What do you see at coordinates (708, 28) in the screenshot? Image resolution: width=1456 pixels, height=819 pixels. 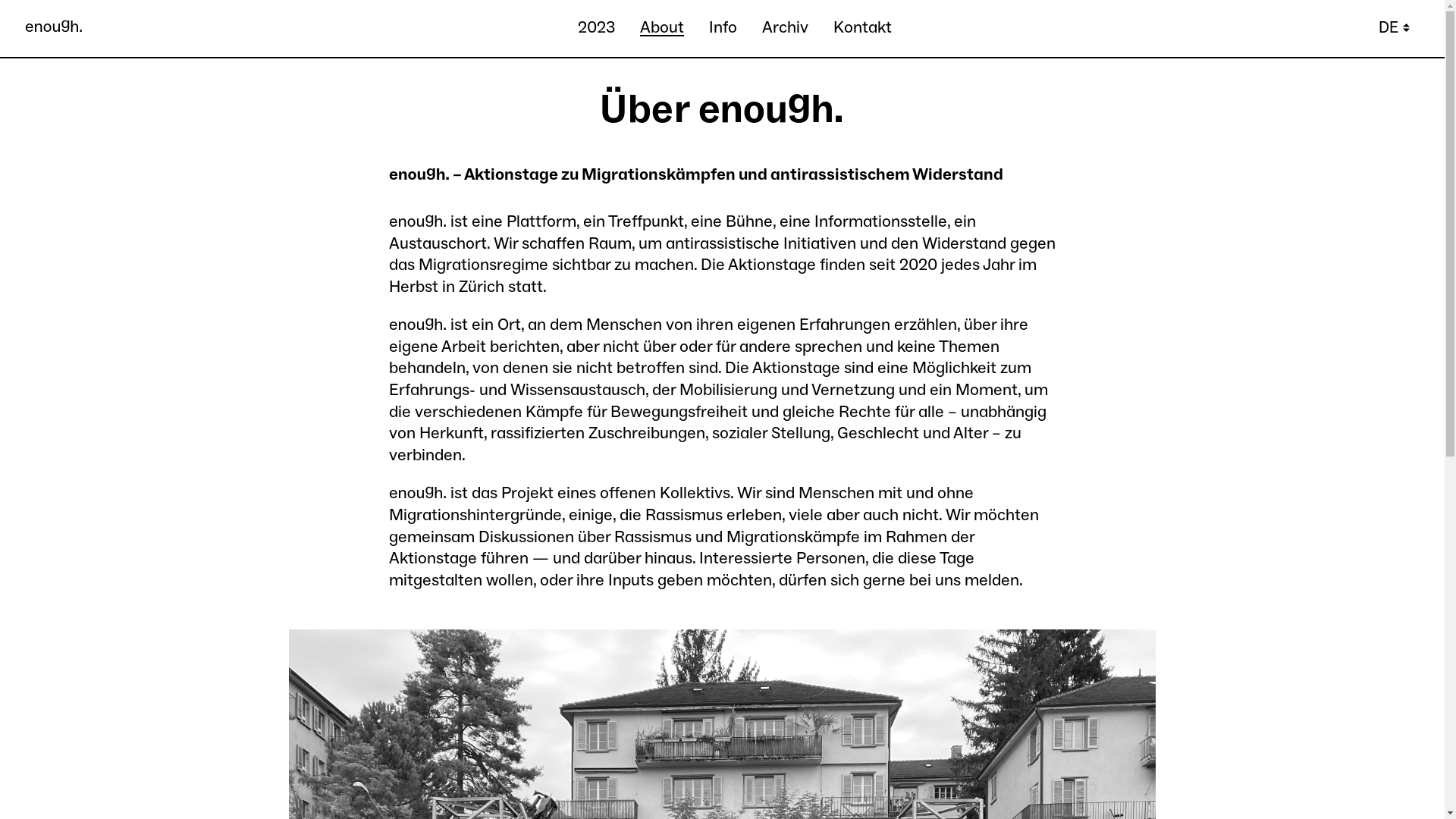 I see `'Info'` at bounding box center [708, 28].